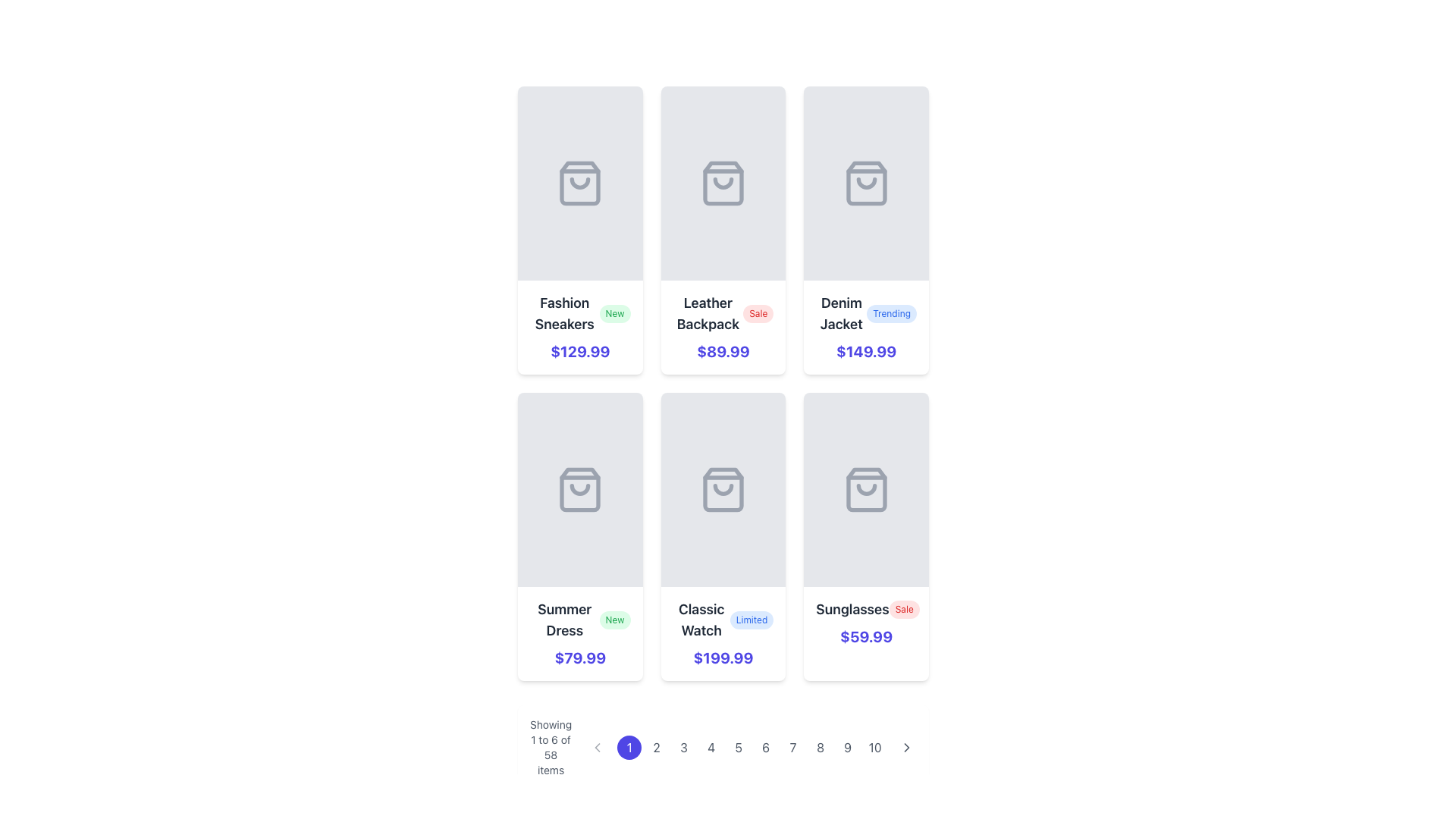 Image resolution: width=1456 pixels, height=819 pixels. Describe the element at coordinates (866, 637) in the screenshot. I see `price displayed in the text label located below the 'Sunglasses' description text, centrally aligned within the bottom section of the 'Sunglasses' product card` at that location.